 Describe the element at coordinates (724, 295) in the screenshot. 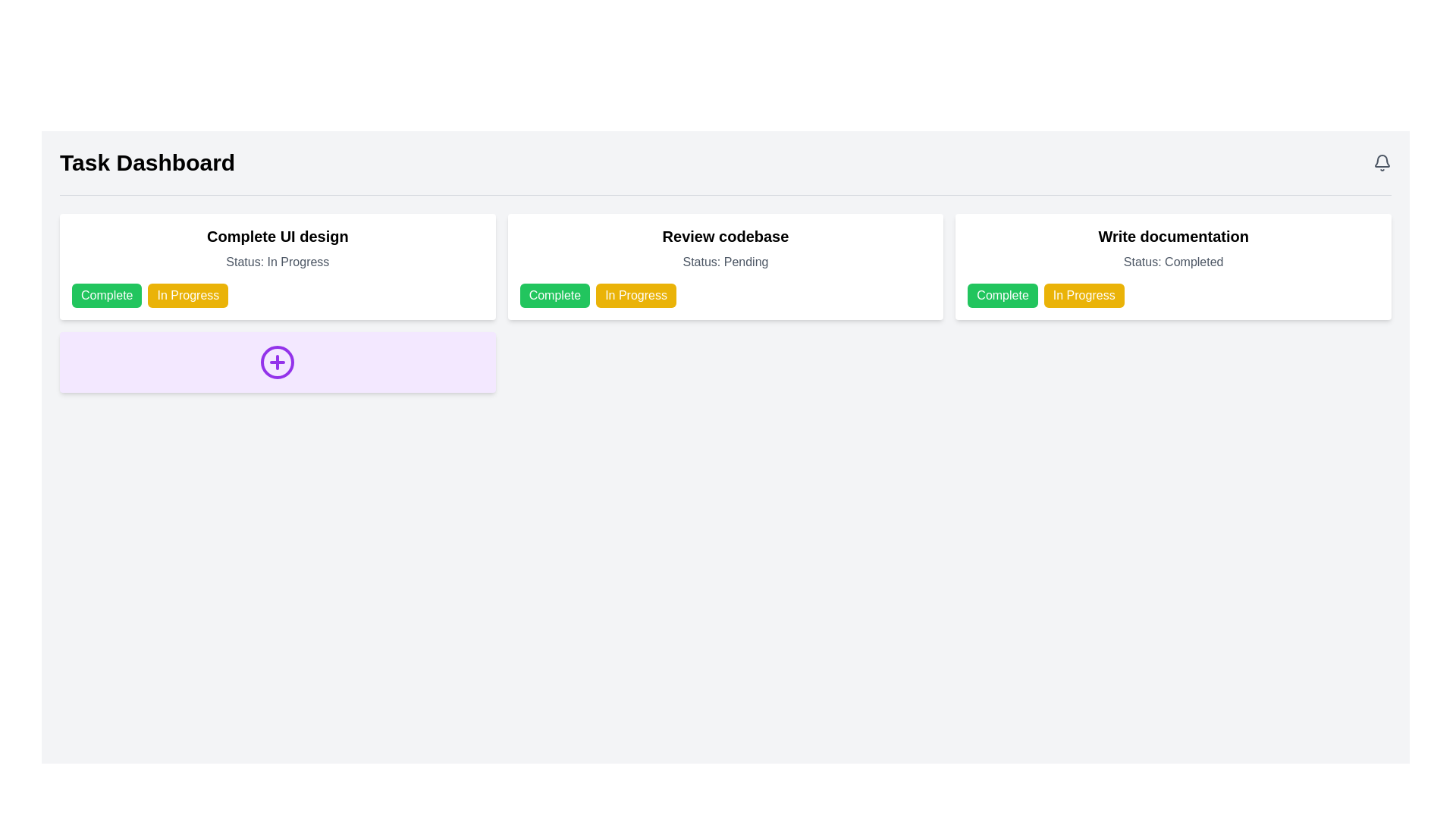

I see `the 'Complete' button to update the status of the task 'Review codebase' from 'Pending' to 'Complete' within the Task Dashboard` at that location.